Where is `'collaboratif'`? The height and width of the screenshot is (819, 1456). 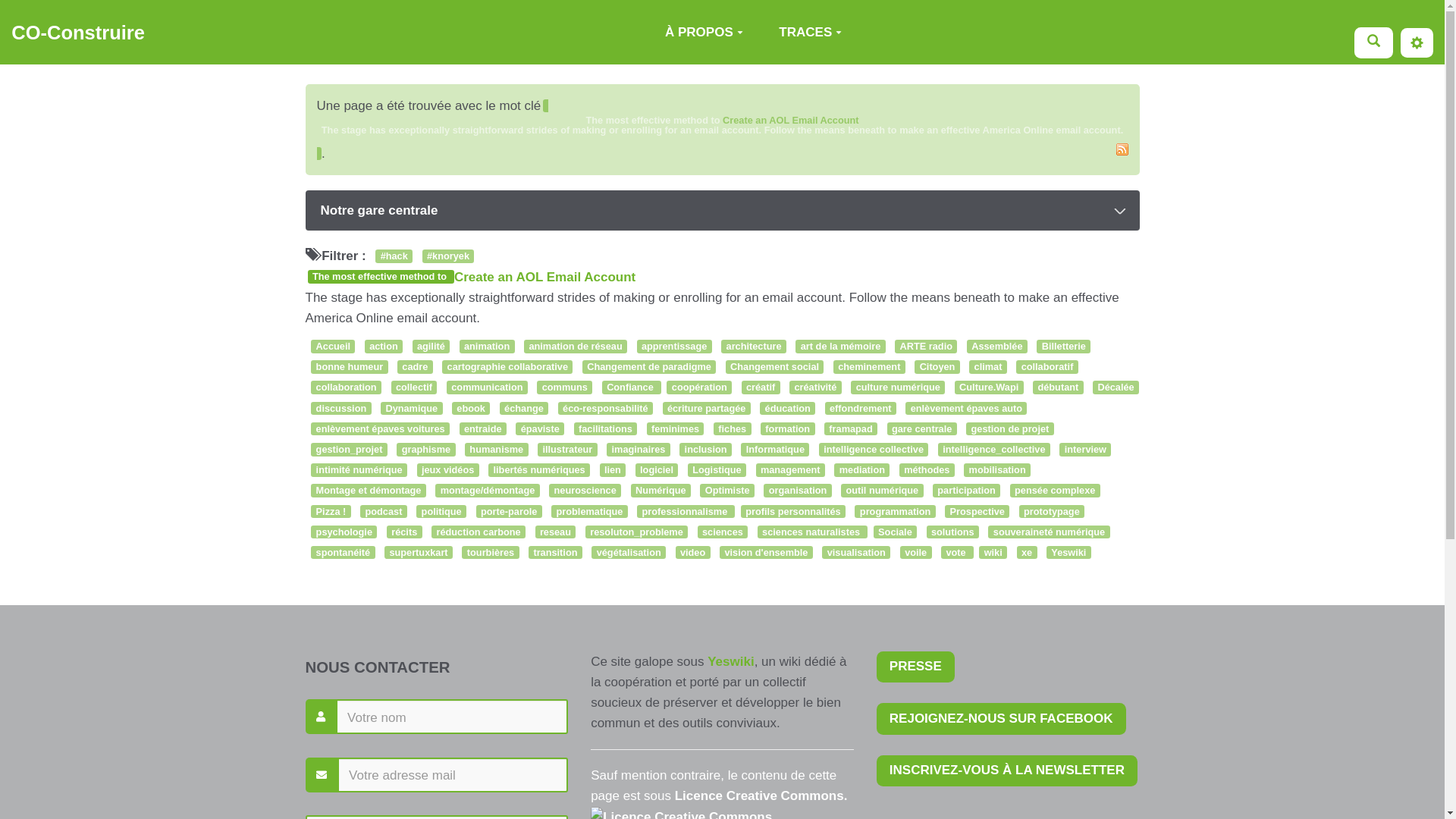 'collaboratif' is located at coordinates (1046, 366).